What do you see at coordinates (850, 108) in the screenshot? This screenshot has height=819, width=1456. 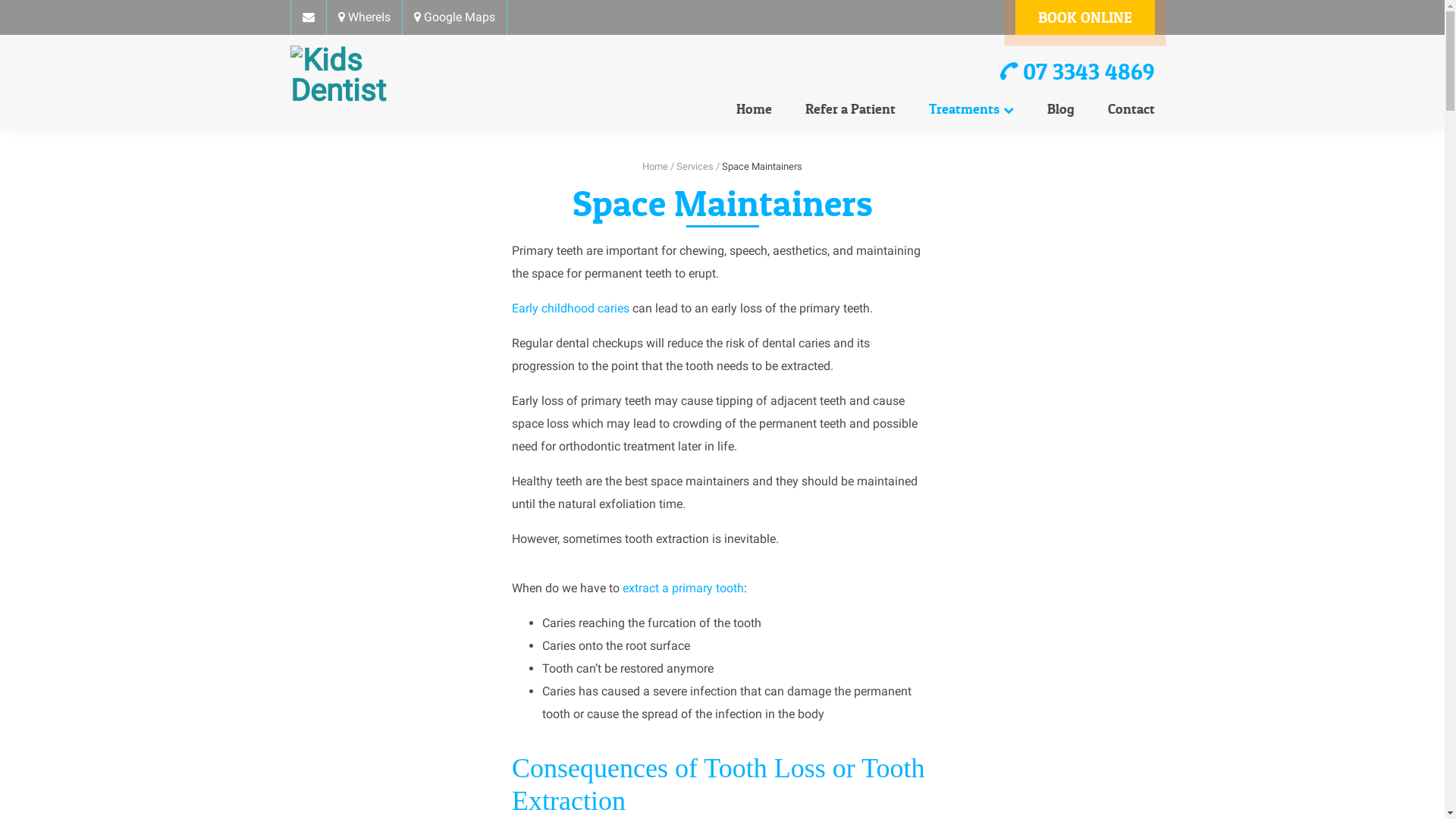 I see `'Refer a Patient'` at bounding box center [850, 108].